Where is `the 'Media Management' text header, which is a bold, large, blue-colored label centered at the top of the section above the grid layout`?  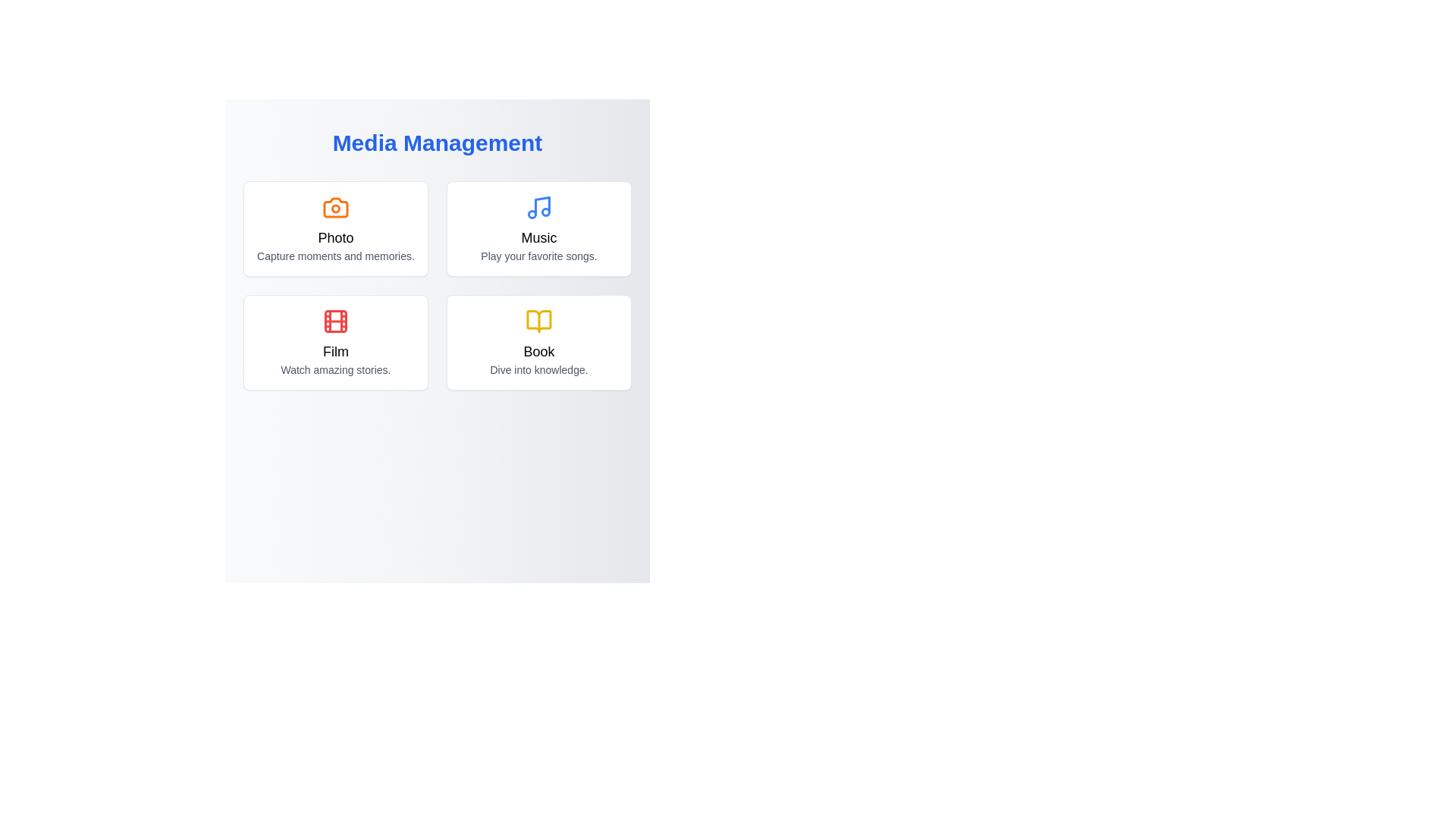 the 'Media Management' text header, which is a bold, large, blue-colored label centered at the top of the section above the grid layout is located at coordinates (436, 149).